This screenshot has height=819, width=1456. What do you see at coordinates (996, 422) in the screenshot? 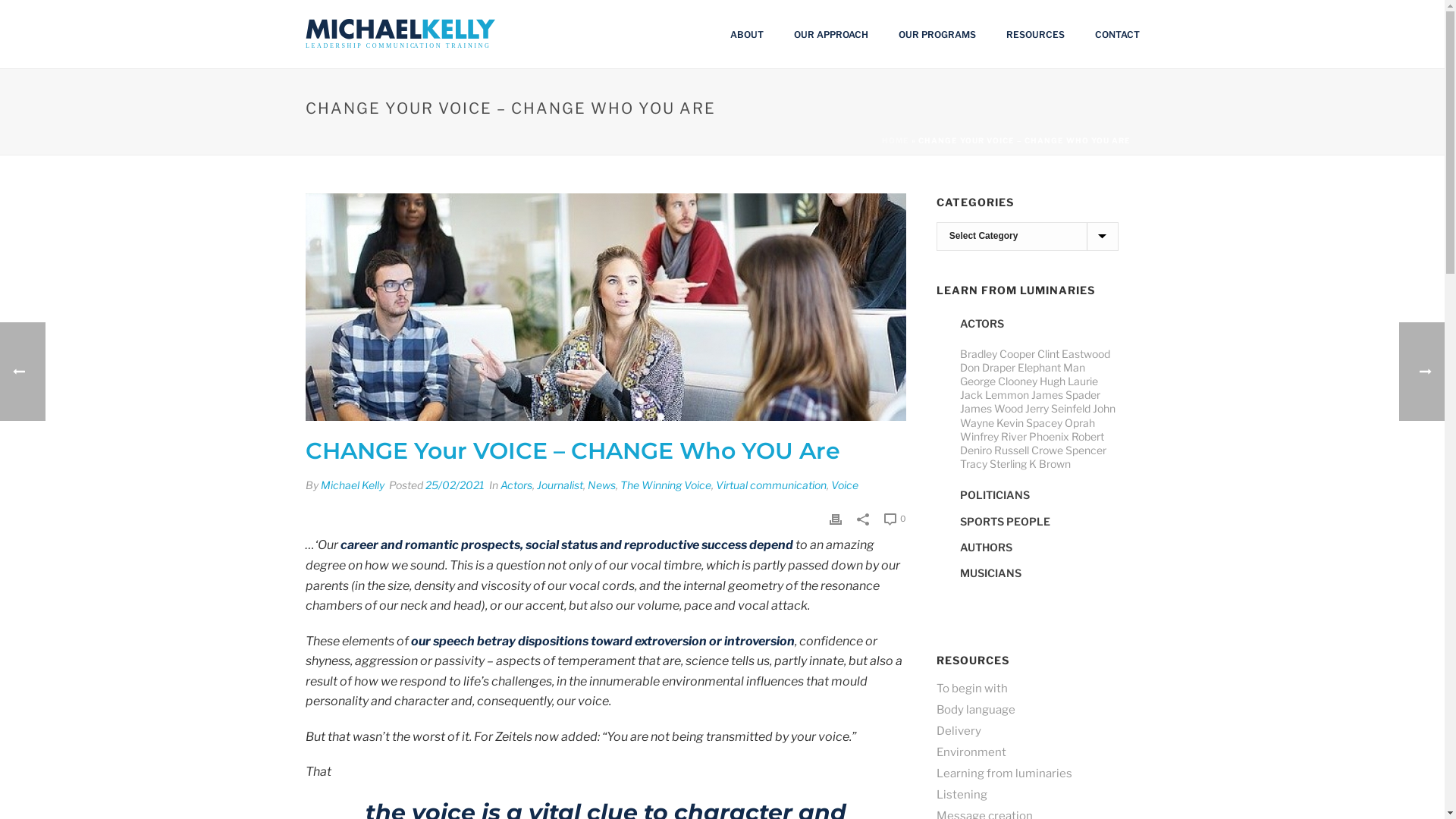
I see `'Kevin Spacey'` at bounding box center [996, 422].